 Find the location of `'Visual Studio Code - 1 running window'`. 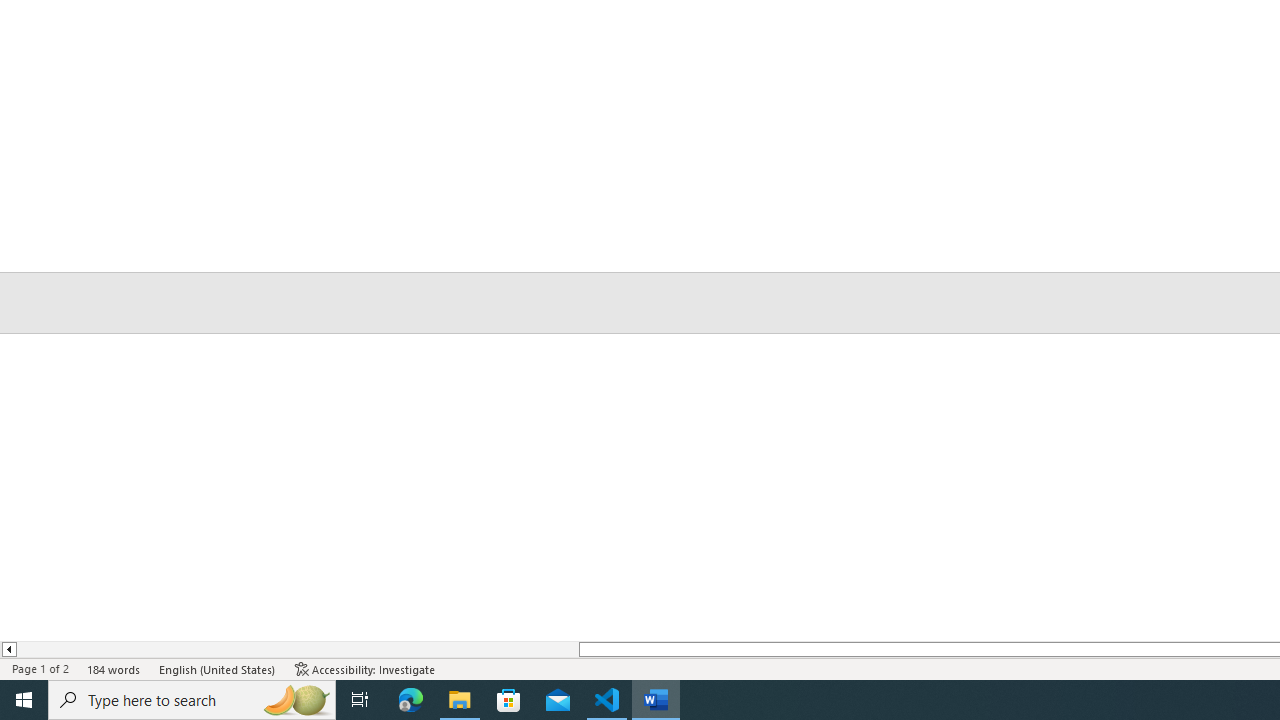

'Visual Studio Code - 1 running window' is located at coordinates (606, 698).